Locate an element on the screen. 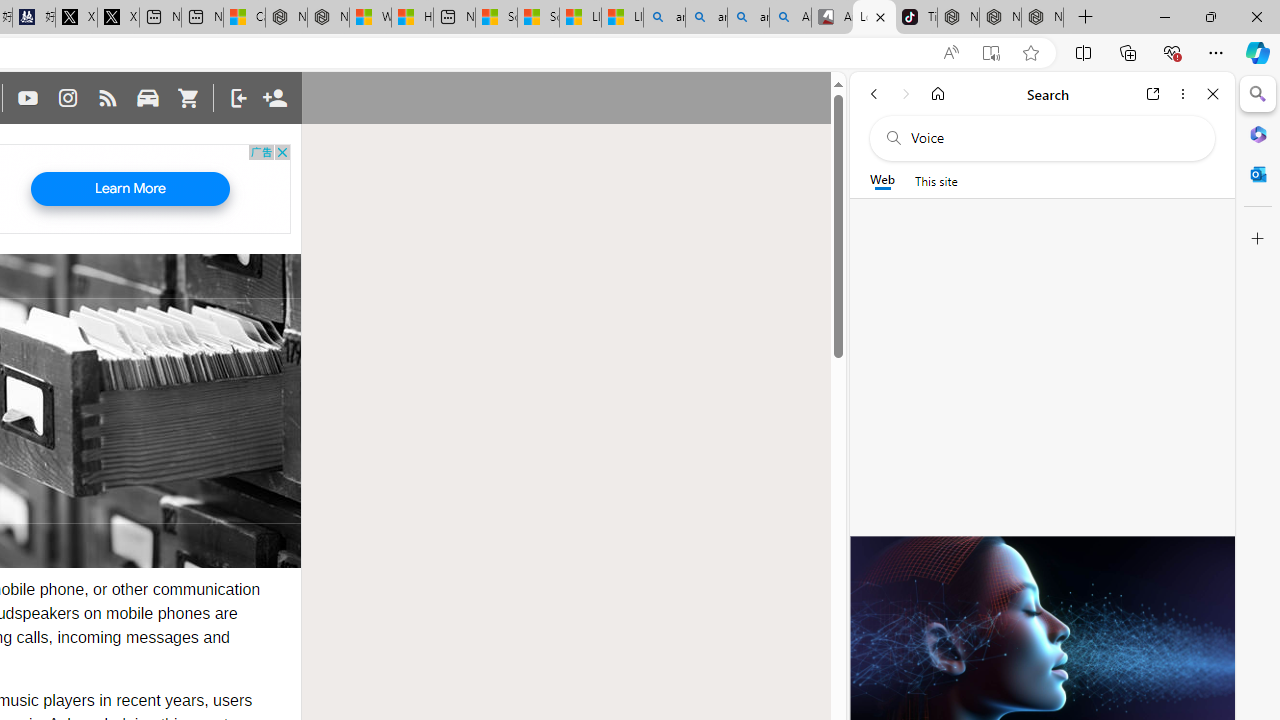 This screenshot has width=1280, height=720. 'Nordace Siena Pro 15 Backpack' is located at coordinates (1000, 17).